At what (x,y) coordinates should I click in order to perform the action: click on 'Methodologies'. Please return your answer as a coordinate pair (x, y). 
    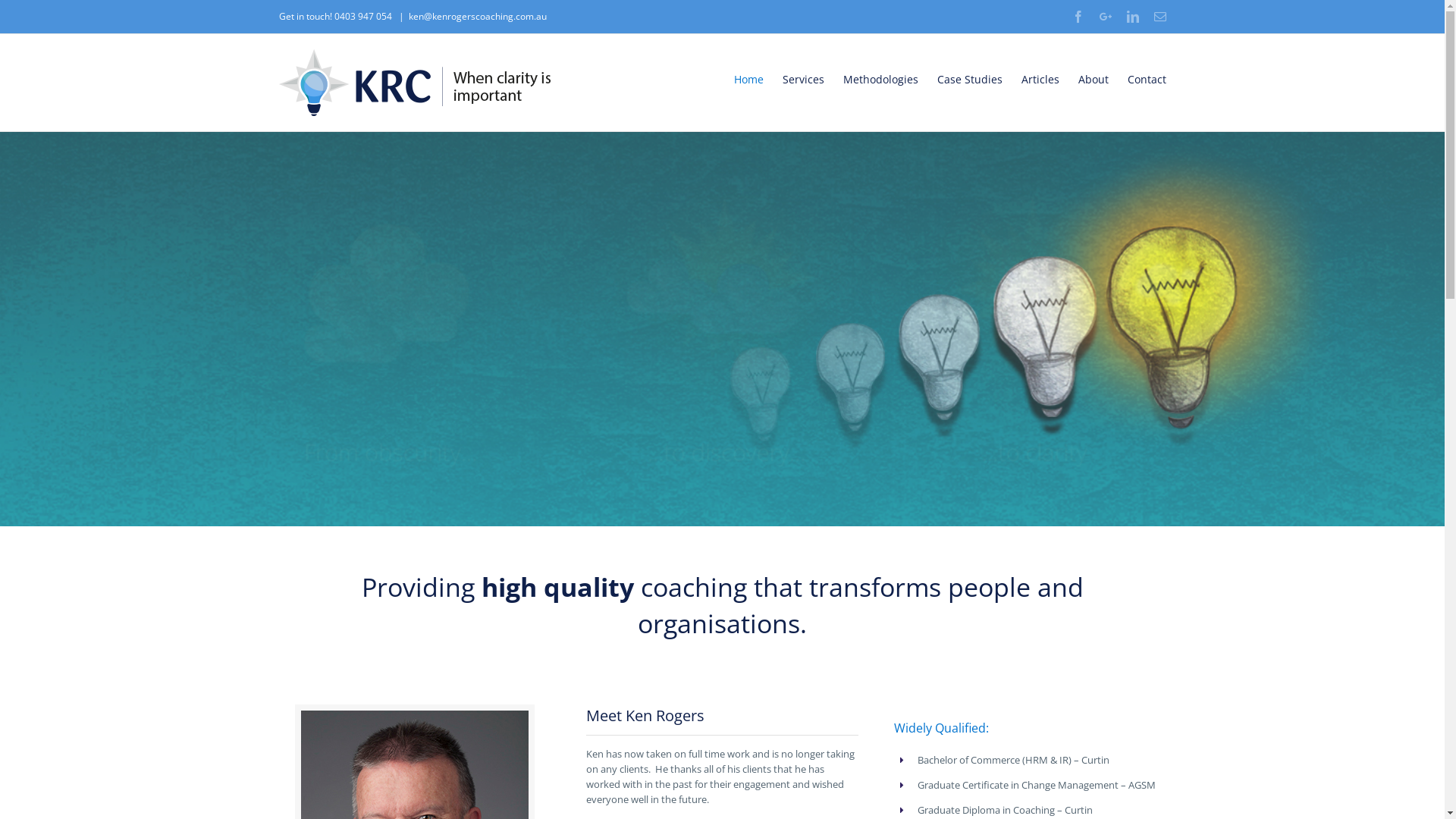
    Looking at the image, I should click on (880, 79).